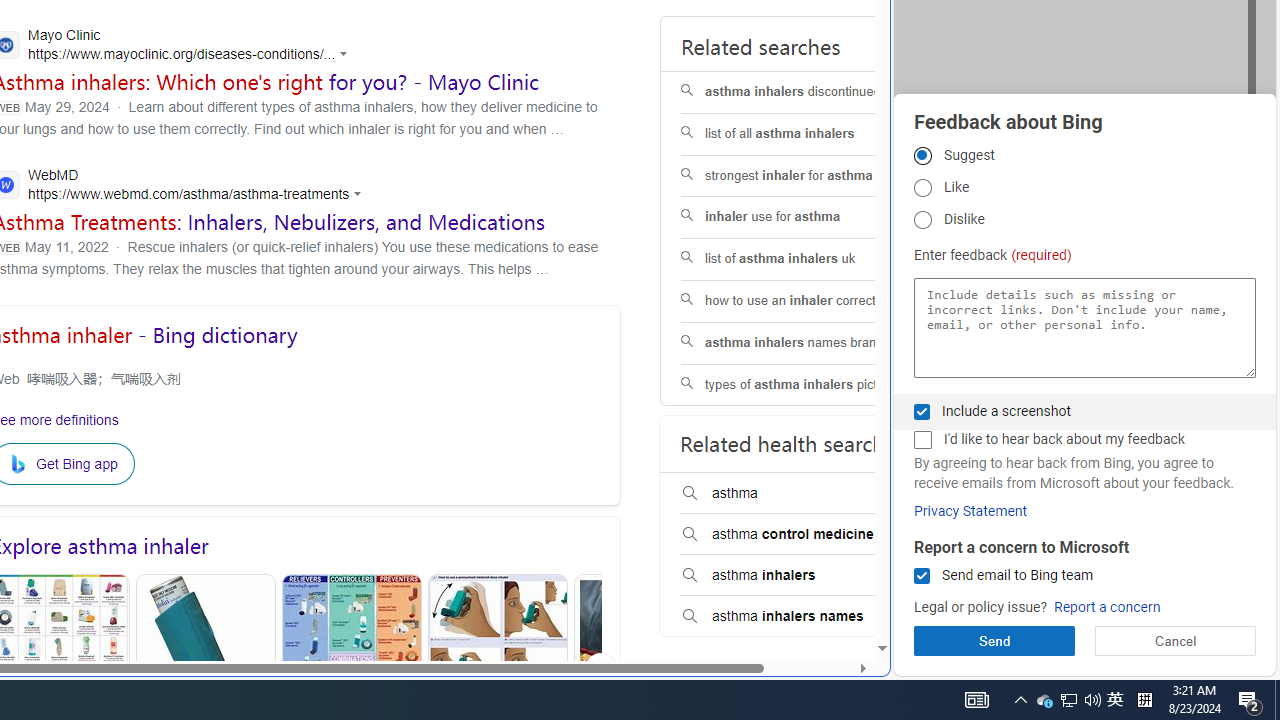 This screenshot has height=720, width=1280. What do you see at coordinates (807, 493) in the screenshot?
I see `'asthma'` at bounding box center [807, 493].